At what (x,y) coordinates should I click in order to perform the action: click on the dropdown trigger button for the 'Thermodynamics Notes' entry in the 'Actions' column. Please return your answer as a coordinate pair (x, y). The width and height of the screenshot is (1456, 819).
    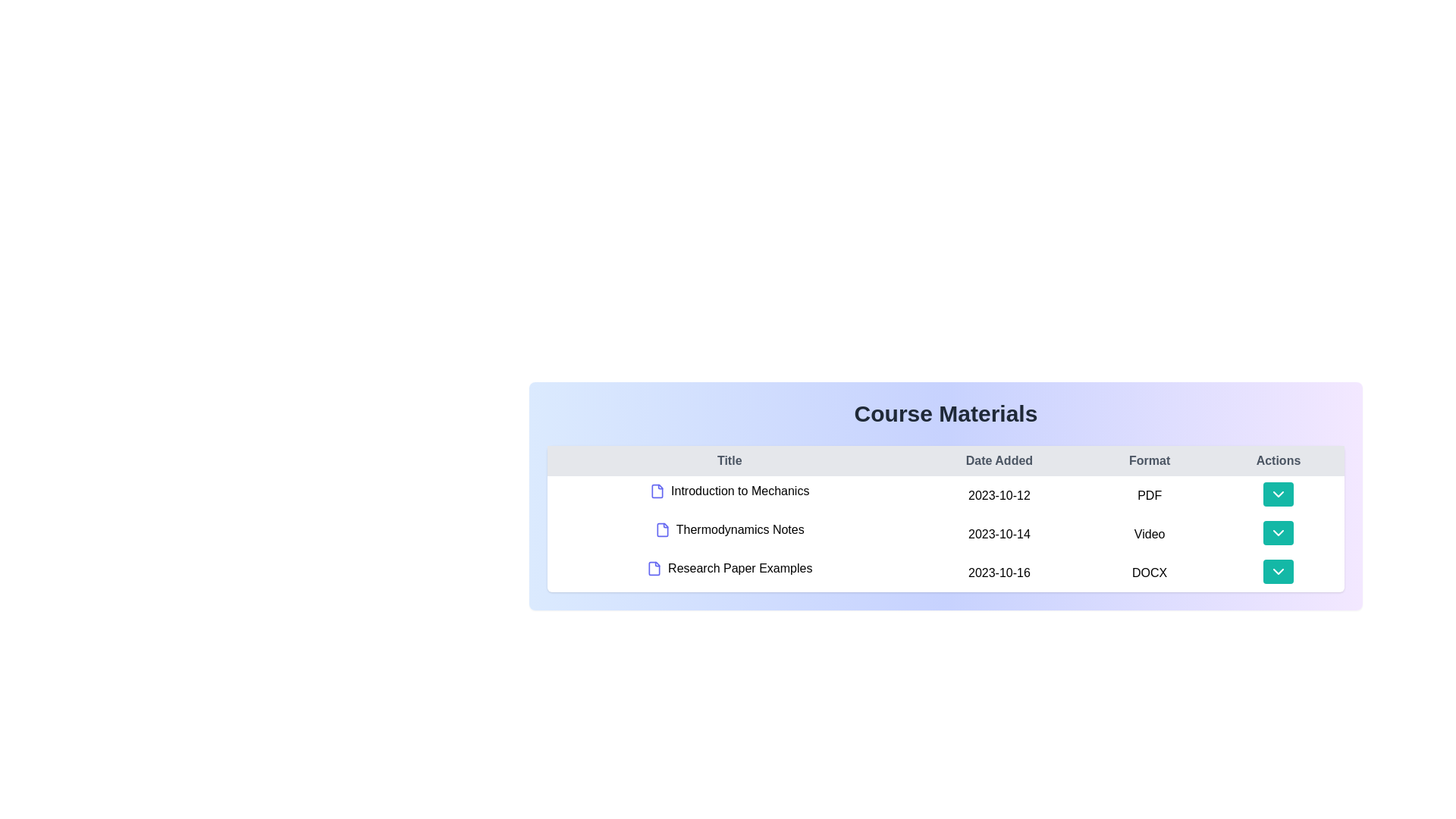
    Looking at the image, I should click on (1277, 532).